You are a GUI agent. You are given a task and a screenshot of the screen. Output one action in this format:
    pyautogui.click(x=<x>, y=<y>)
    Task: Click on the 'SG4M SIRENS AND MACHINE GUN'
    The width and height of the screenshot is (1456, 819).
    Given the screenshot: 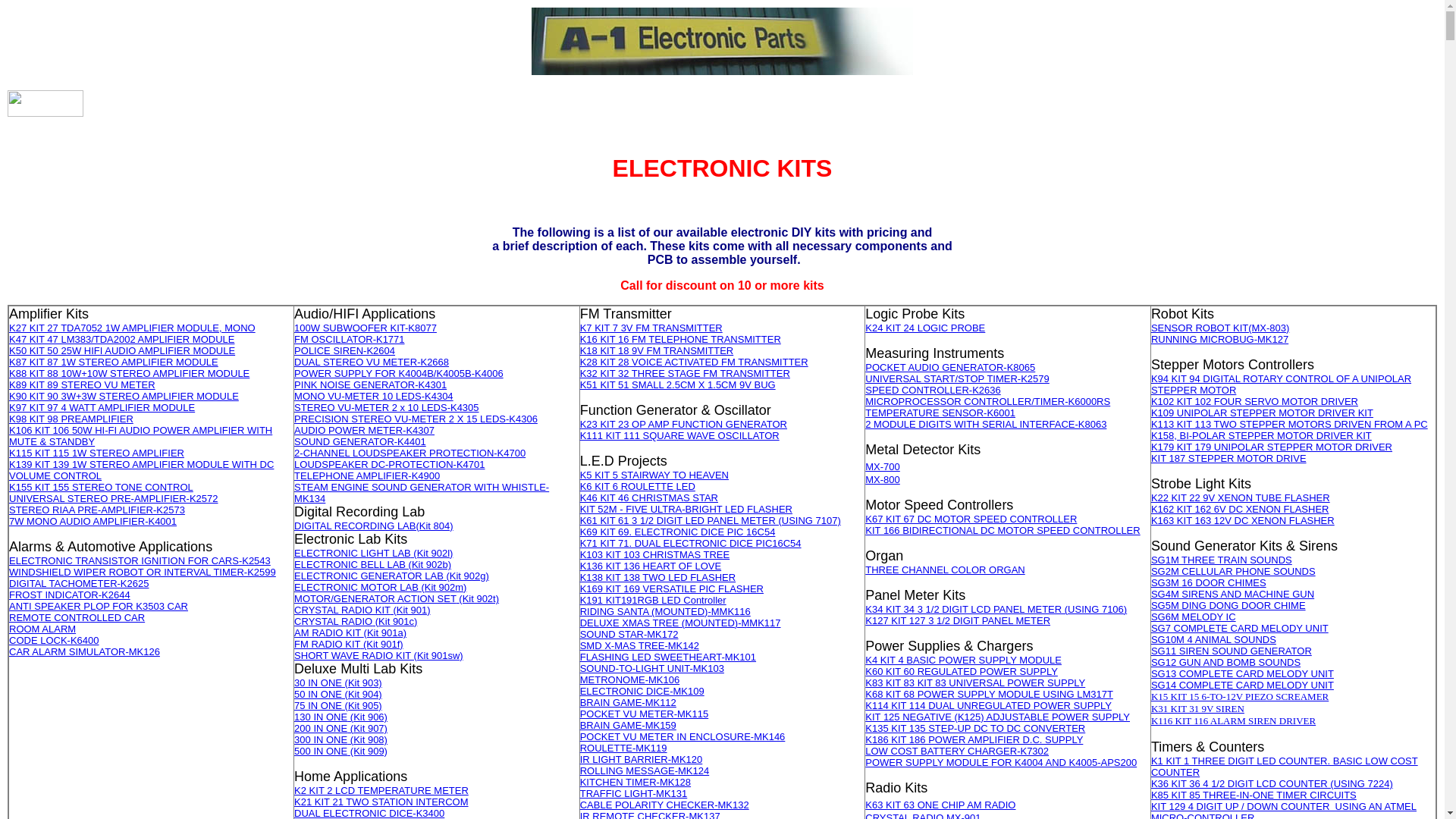 What is the action you would take?
    pyautogui.click(x=1232, y=593)
    